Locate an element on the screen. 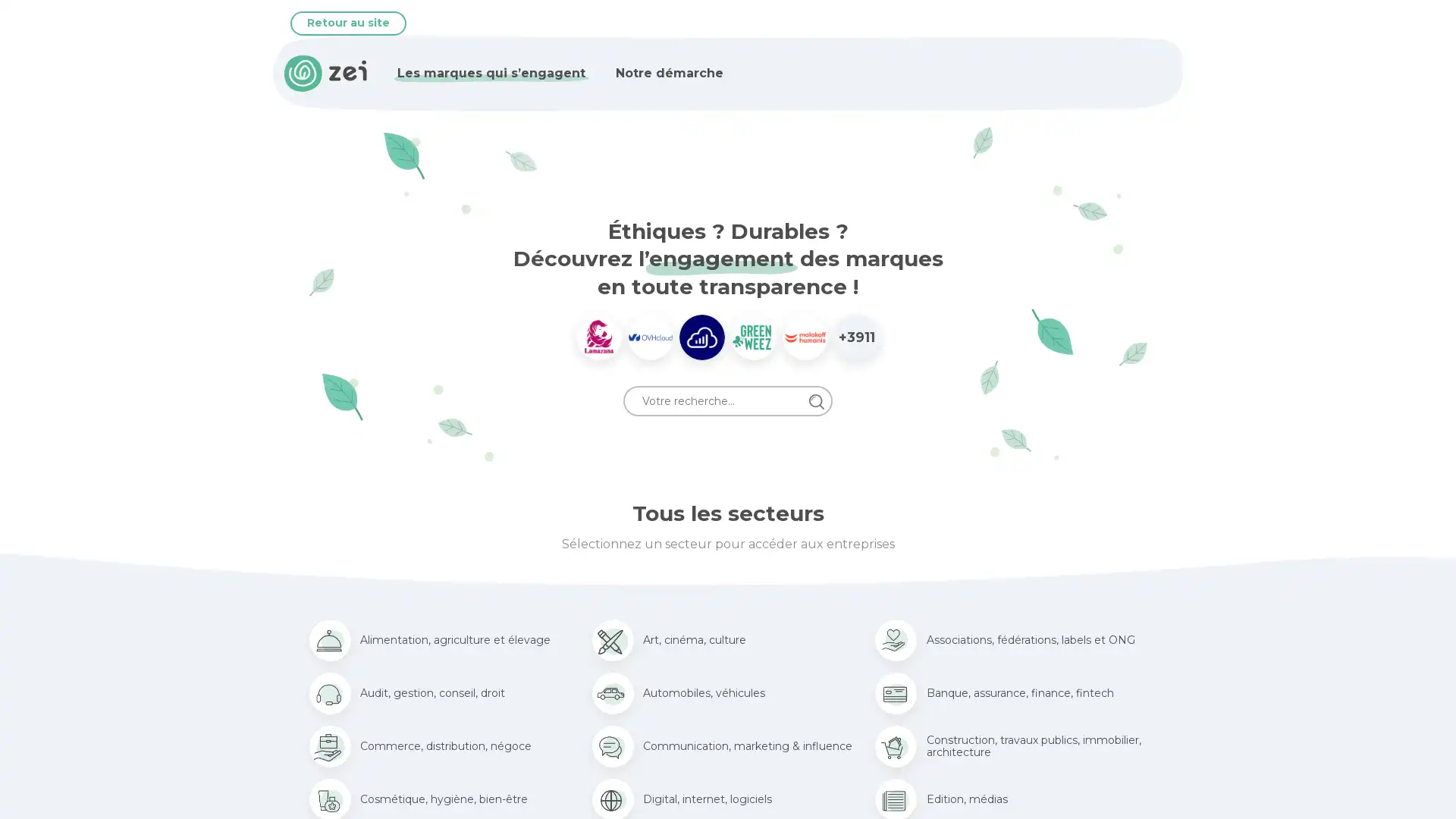 The height and width of the screenshot is (819, 1456). Personnaliser (fenetre modale) is located at coordinates (136, 758).